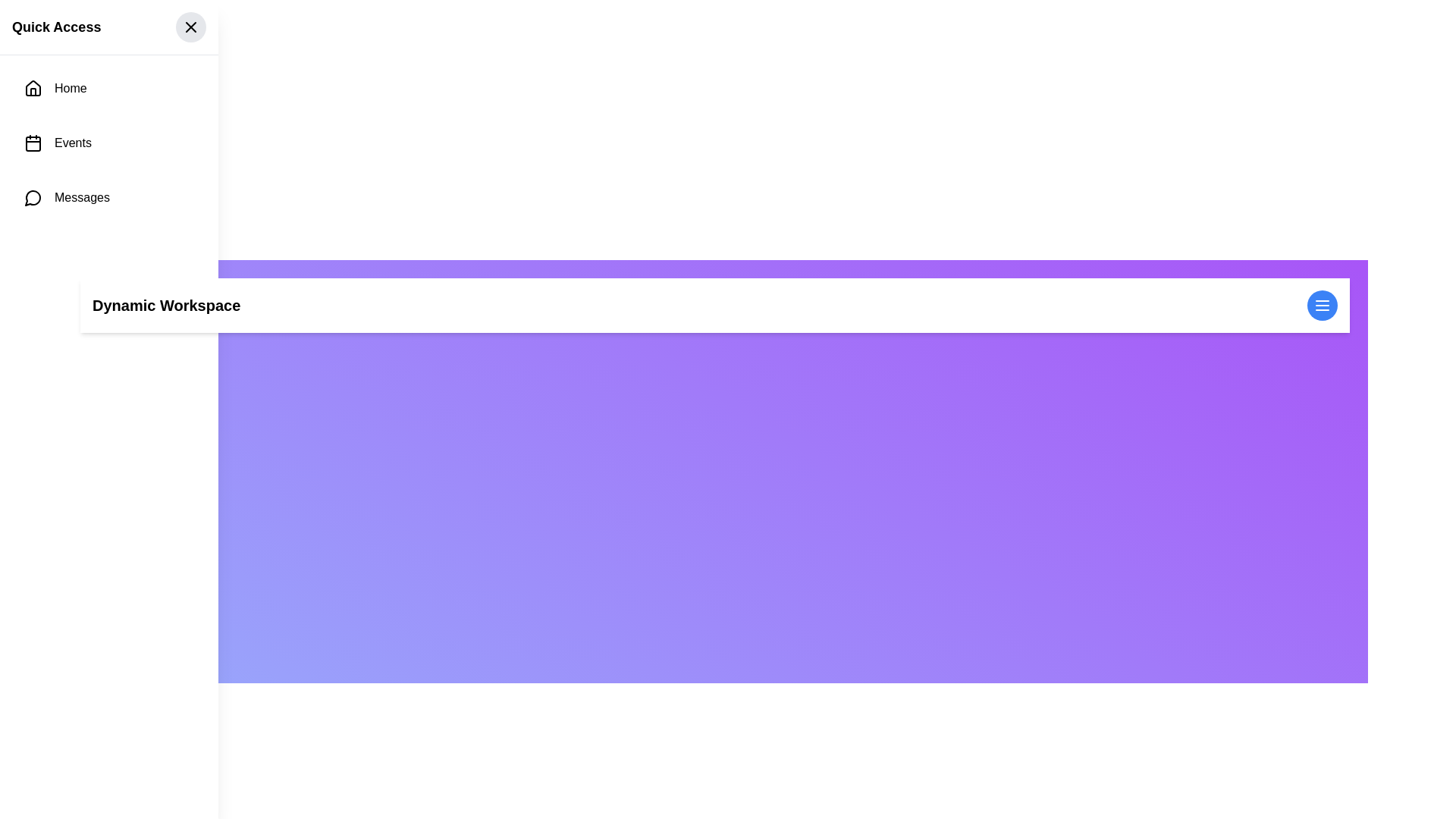 The height and width of the screenshot is (819, 1456). What do you see at coordinates (108, 143) in the screenshot?
I see `the 'Events' button in the vertical menu using keyboard navigation` at bounding box center [108, 143].